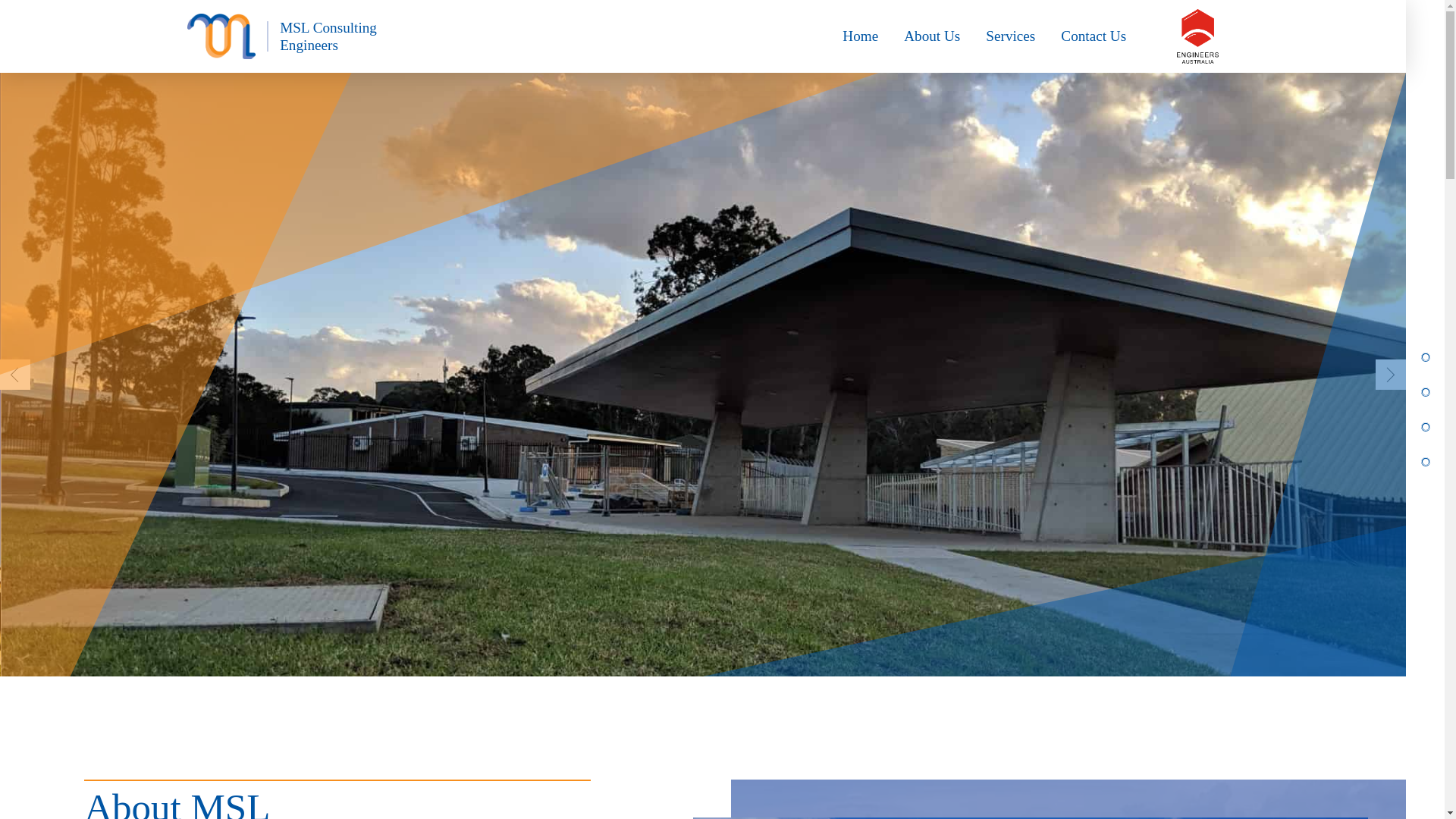  What do you see at coordinates (1093, 35) in the screenshot?
I see `'Contact Us'` at bounding box center [1093, 35].